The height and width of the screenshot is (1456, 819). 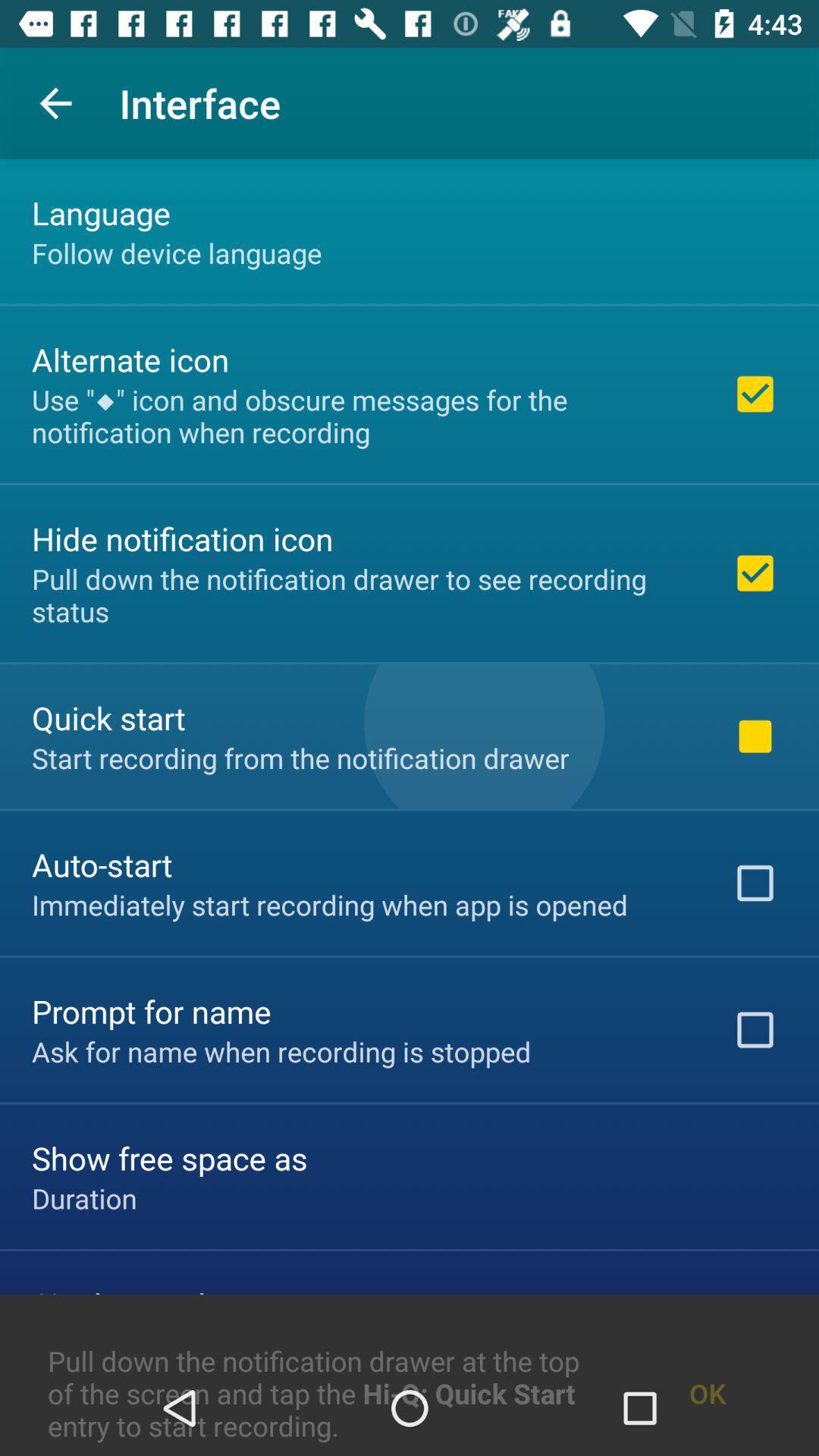 What do you see at coordinates (84, 1197) in the screenshot?
I see `item below the show free space icon` at bounding box center [84, 1197].